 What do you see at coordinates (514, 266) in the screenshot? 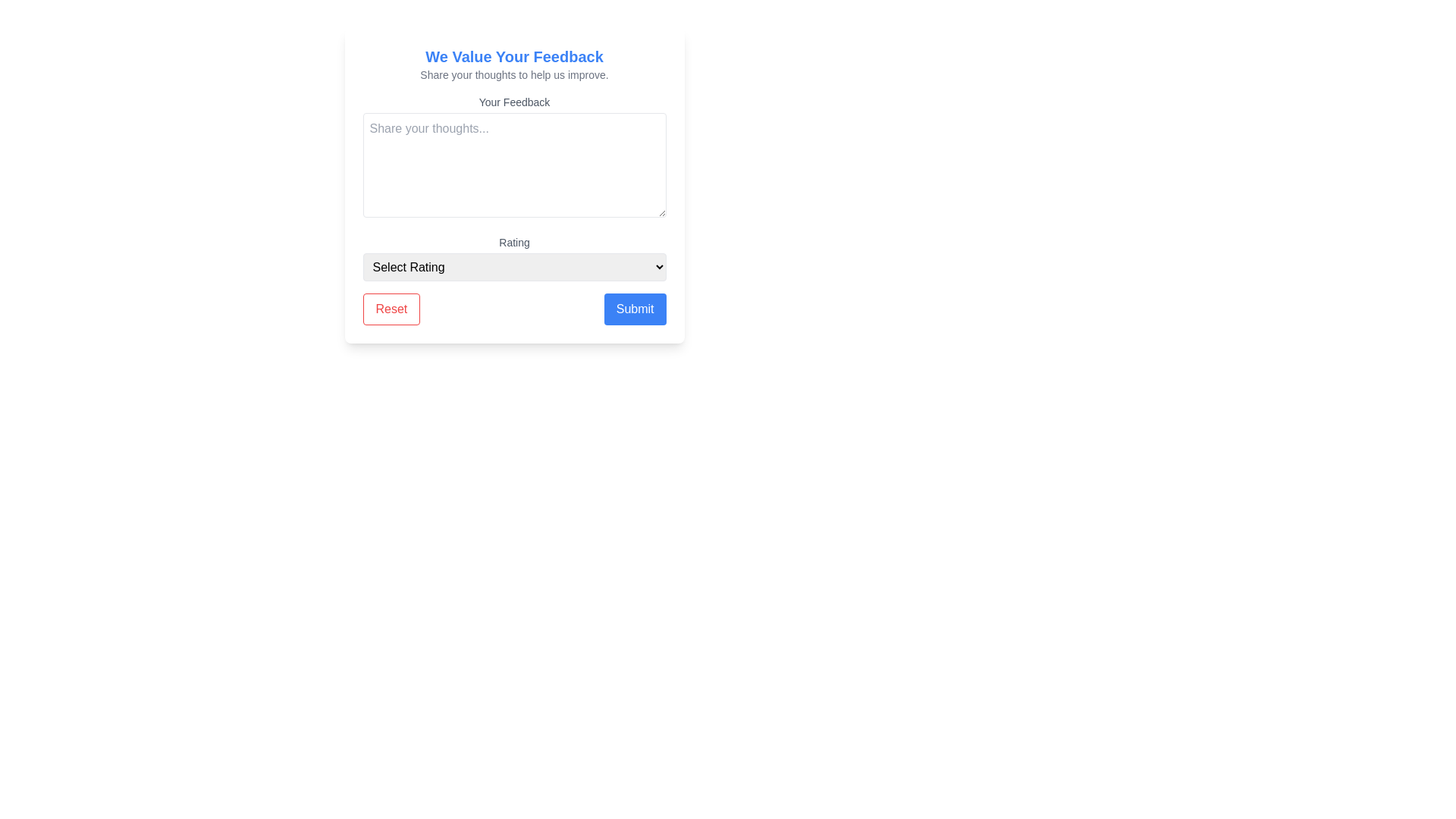
I see `a rating option from the dropdown menu located below the 'Rating' label, centered horizontally in the form layout` at bounding box center [514, 266].